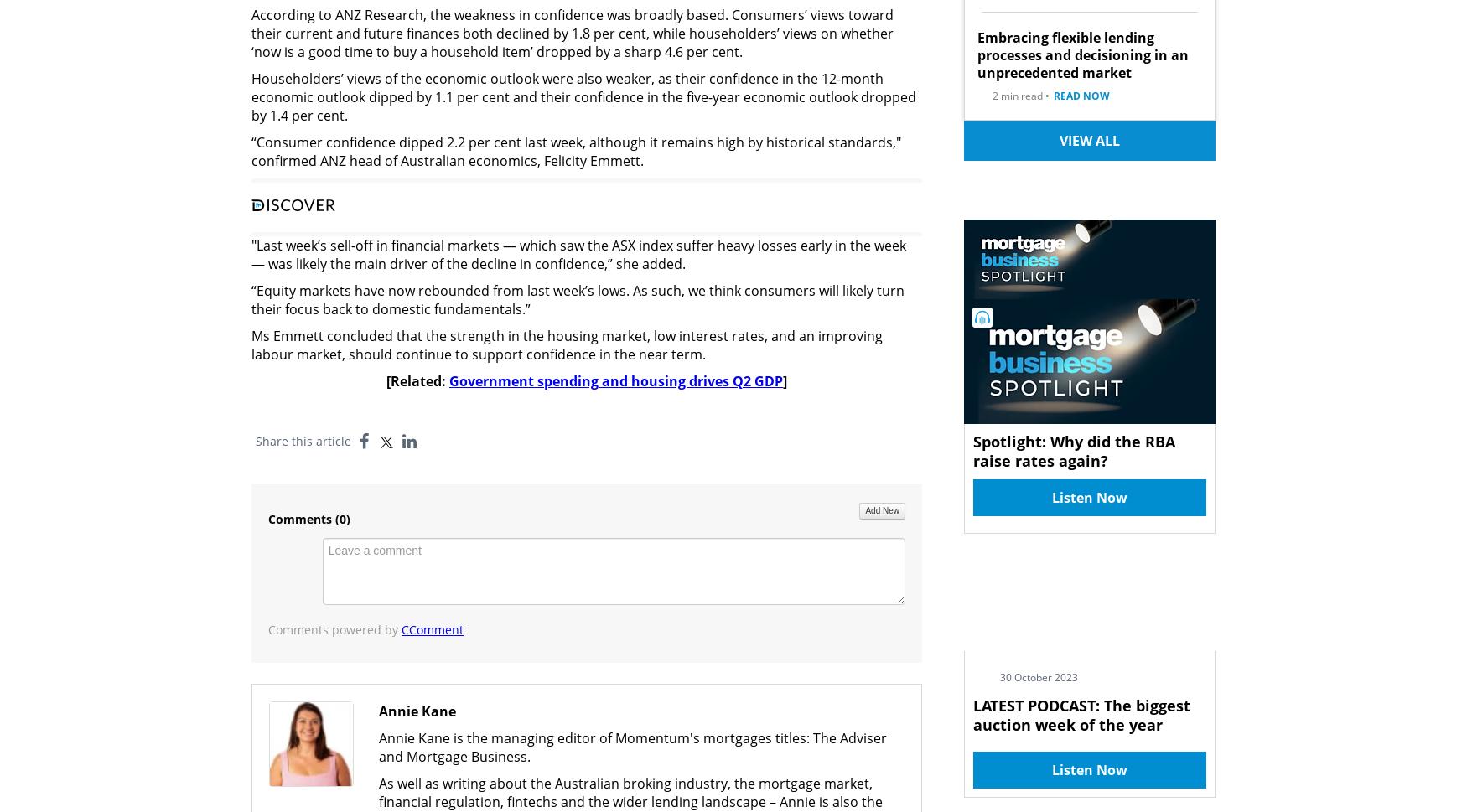 Image resolution: width=1467 pixels, height=812 pixels. Describe the element at coordinates (347, 519) in the screenshot. I see `')'` at that location.